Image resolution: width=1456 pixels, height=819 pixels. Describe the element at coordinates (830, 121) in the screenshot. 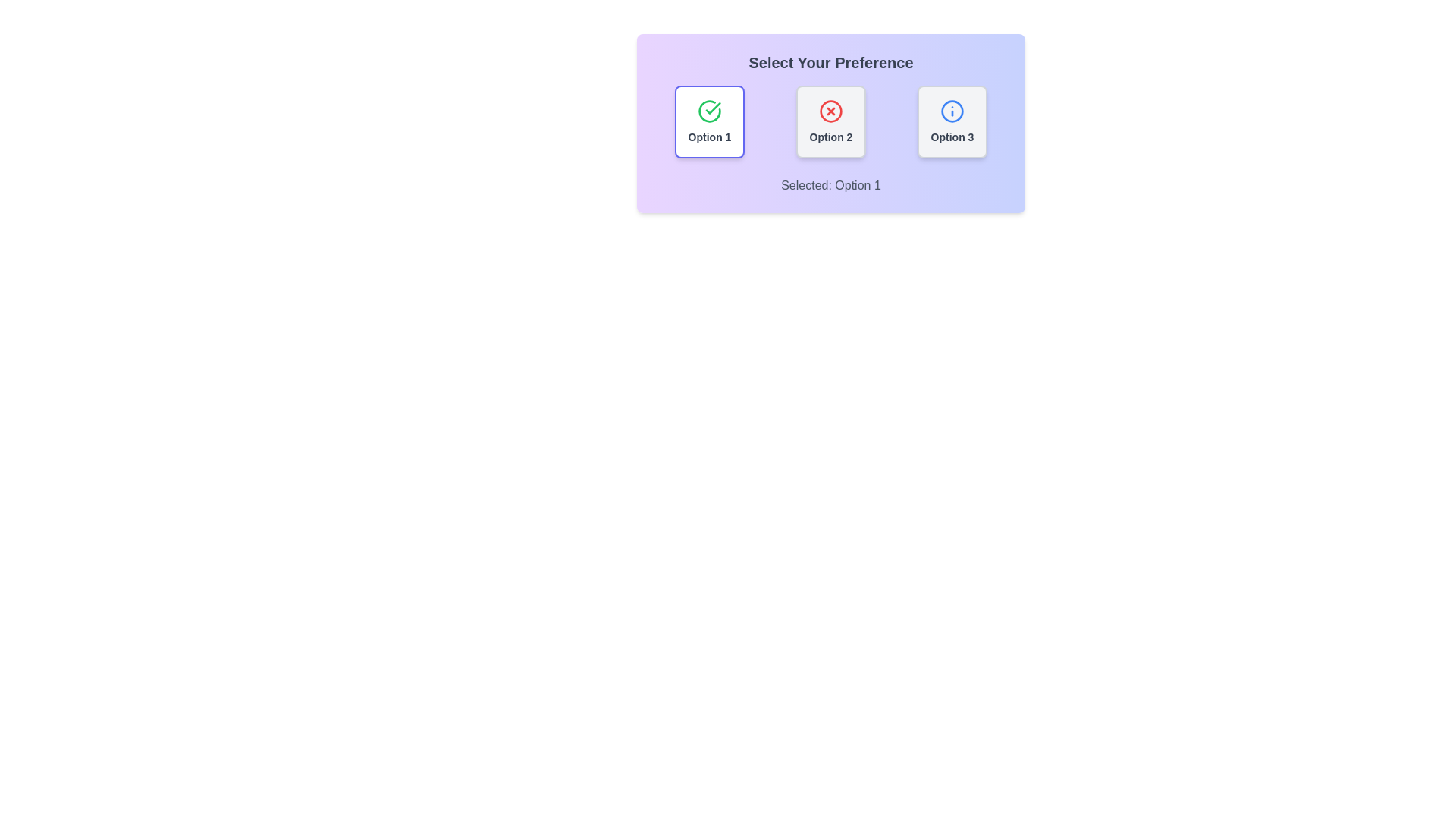

I see `the button corresponding to Option 2 to observe the hover effect` at that location.